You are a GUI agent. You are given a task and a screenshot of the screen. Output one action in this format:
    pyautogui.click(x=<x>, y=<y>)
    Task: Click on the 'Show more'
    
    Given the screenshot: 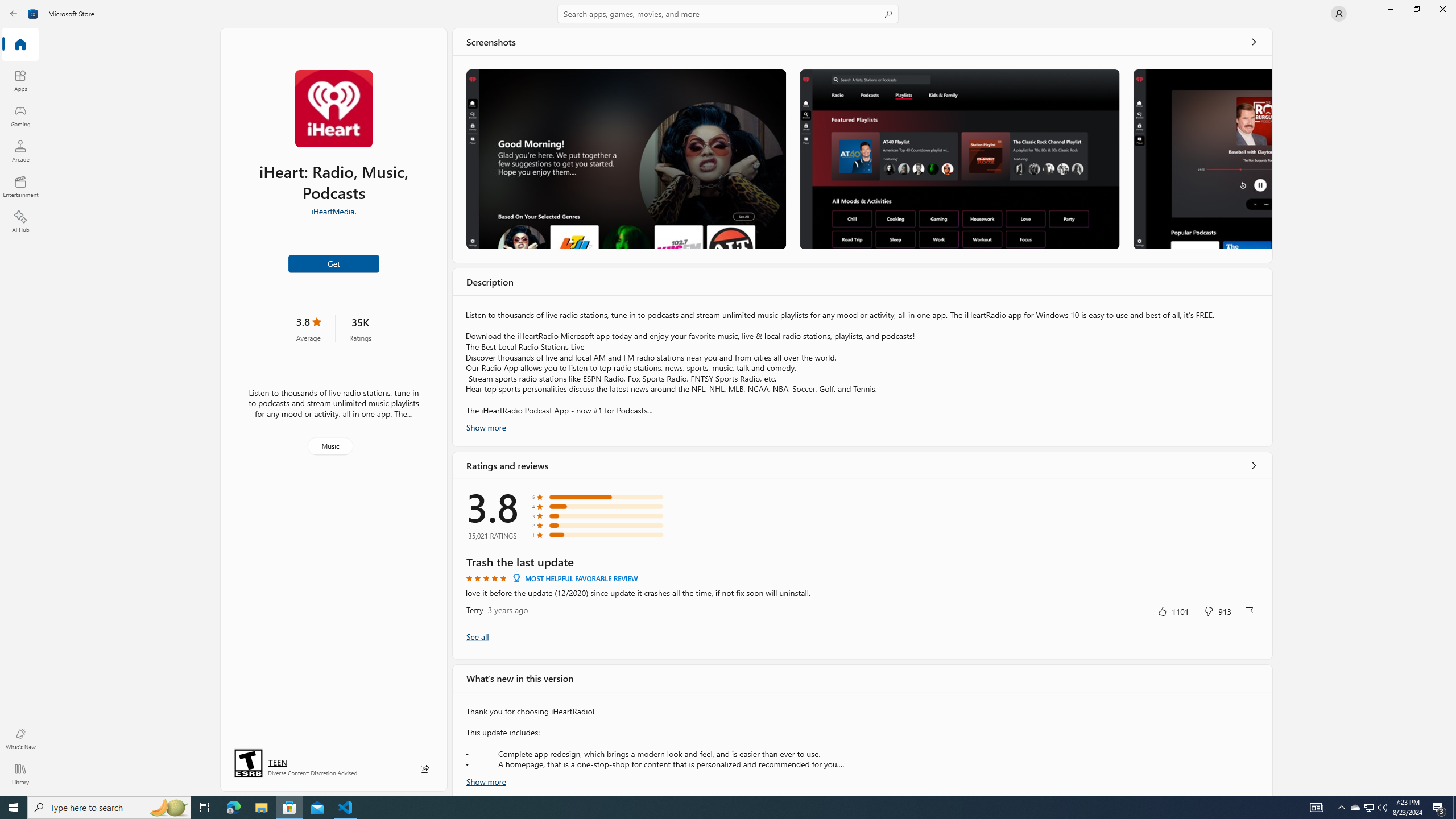 What is the action you would take?
    pyautogui.click(x=485, y=780)
    